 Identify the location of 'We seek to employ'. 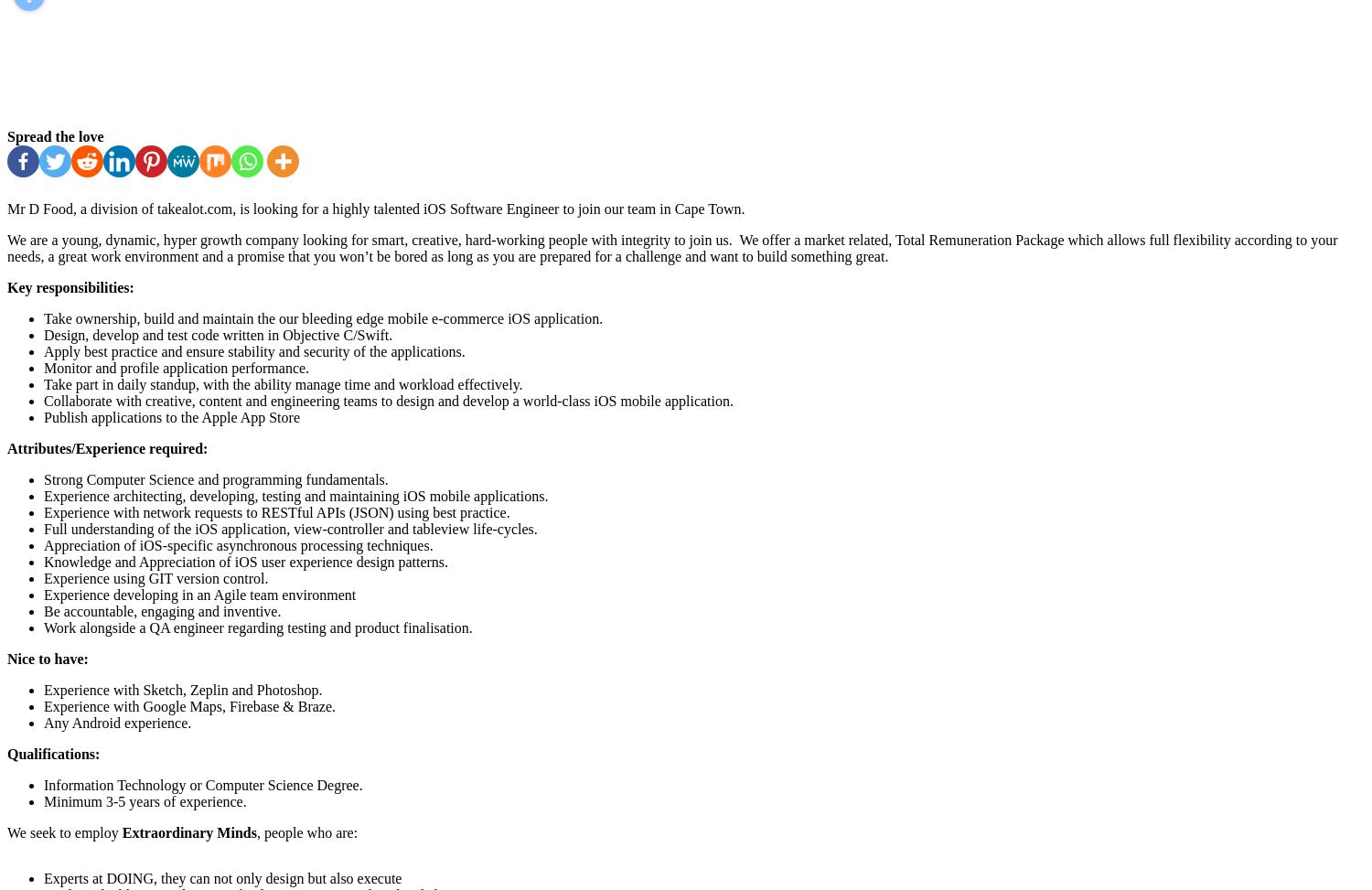
(6, 831).